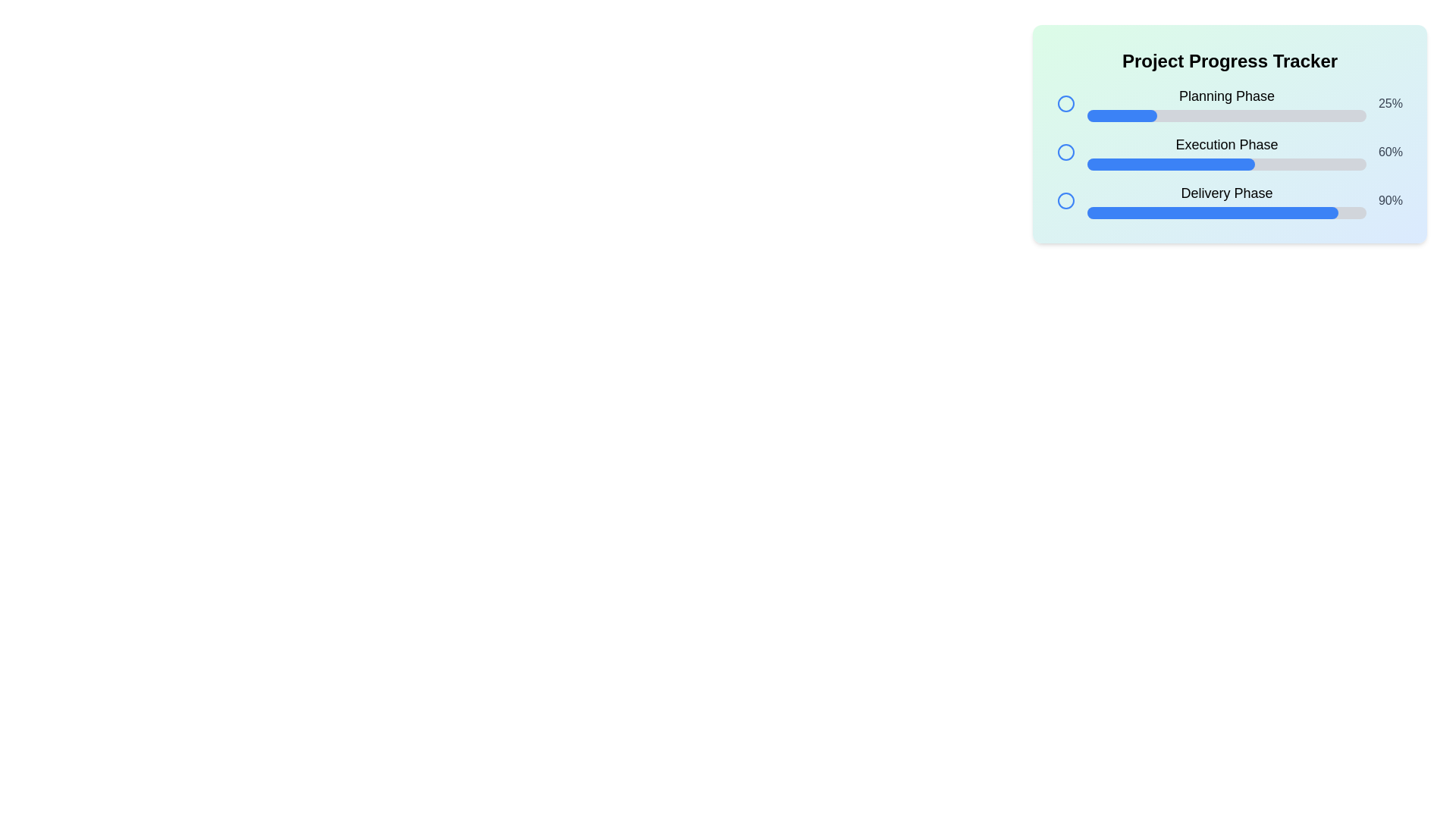 The image size is (1456, 819). What do you see at coordinates (1390, 152) in the screenshot?
I see `numerical percentage text labeled '60%' located at the rightmost side of the 'Execution Phase' row in the progress tracker interface` at bounding box center [1390, 152].